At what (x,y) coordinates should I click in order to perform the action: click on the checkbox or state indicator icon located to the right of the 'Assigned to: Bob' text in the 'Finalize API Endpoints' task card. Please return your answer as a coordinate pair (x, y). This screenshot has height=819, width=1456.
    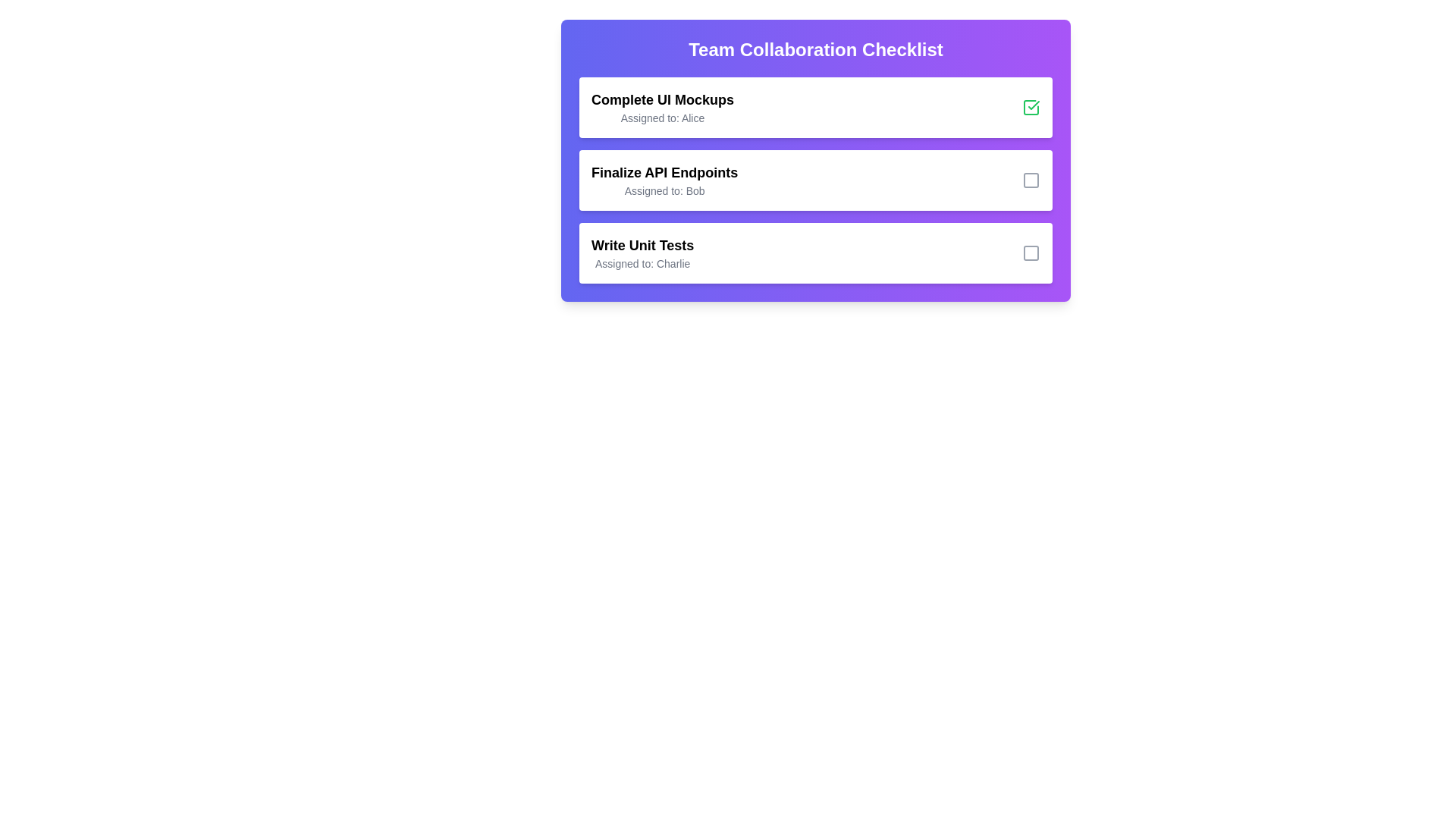
    Looking at the image, I should click on (1031, 180).